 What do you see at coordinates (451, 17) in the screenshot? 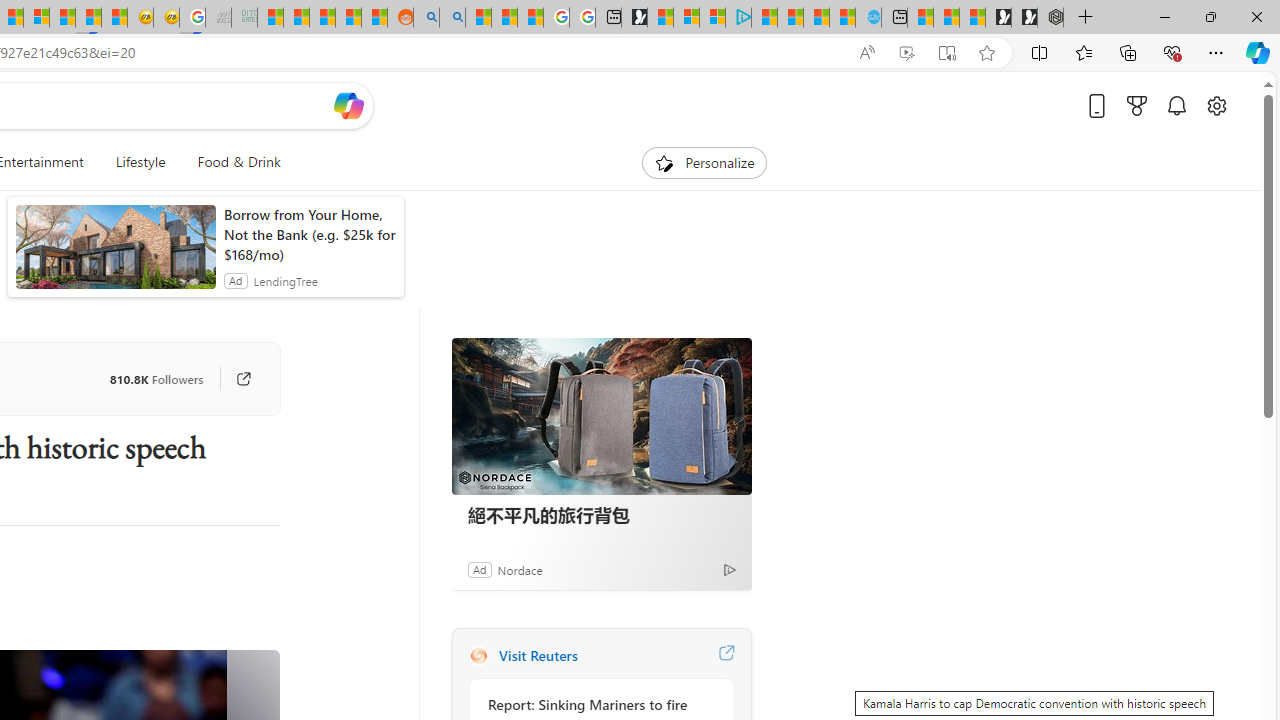
I see `'Utah sues federal government - Search'` at bounding box center [451, 17].